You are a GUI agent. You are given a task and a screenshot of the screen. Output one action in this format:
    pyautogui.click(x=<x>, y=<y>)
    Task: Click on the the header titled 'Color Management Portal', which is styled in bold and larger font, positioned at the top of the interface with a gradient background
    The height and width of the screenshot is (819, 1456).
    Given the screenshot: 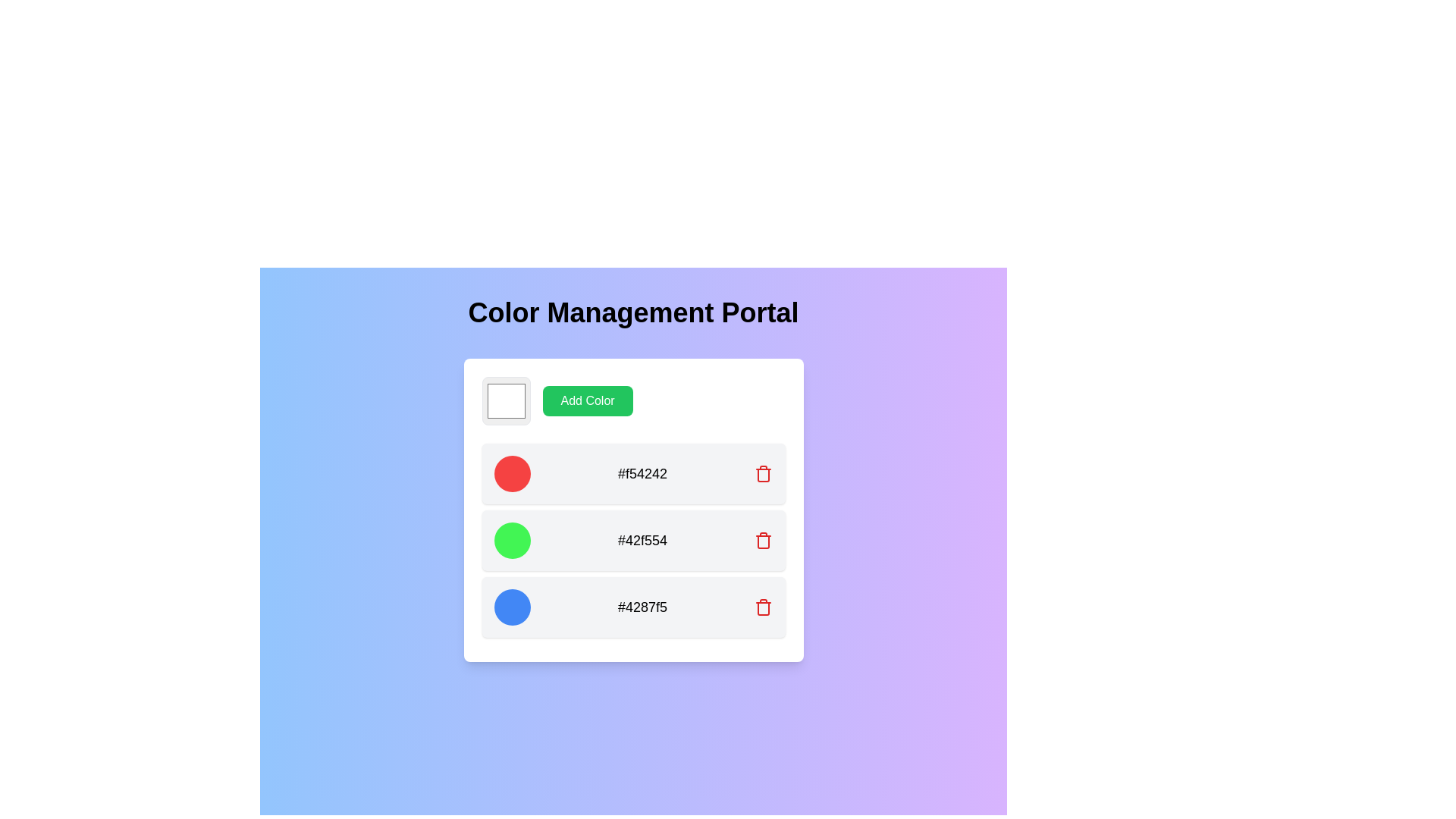 What is the action you would take?
    pyautogui.click(x=633, y=312)
    